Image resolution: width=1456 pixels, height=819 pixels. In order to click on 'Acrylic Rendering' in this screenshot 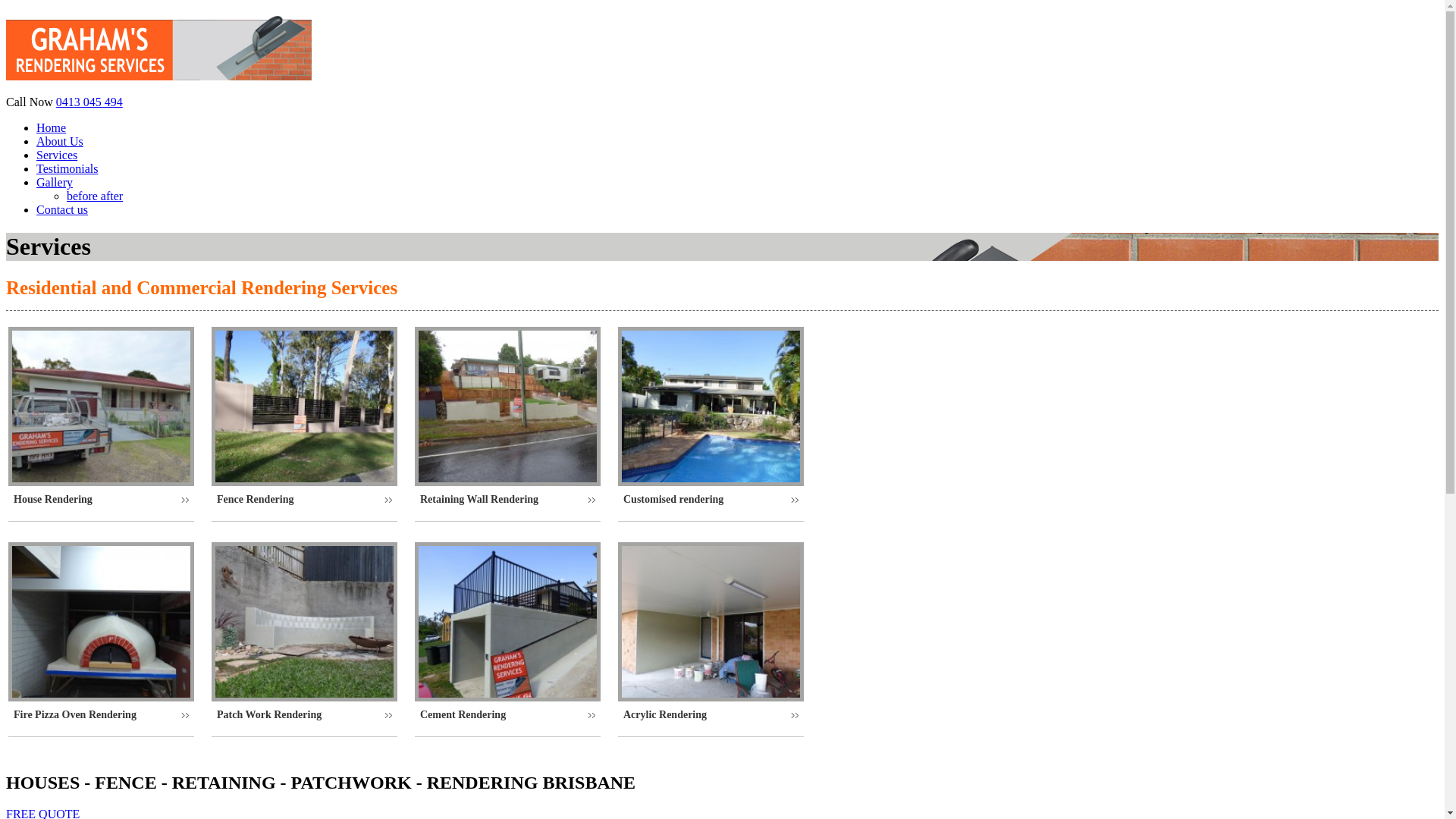, I will do `click(710, 714)`.